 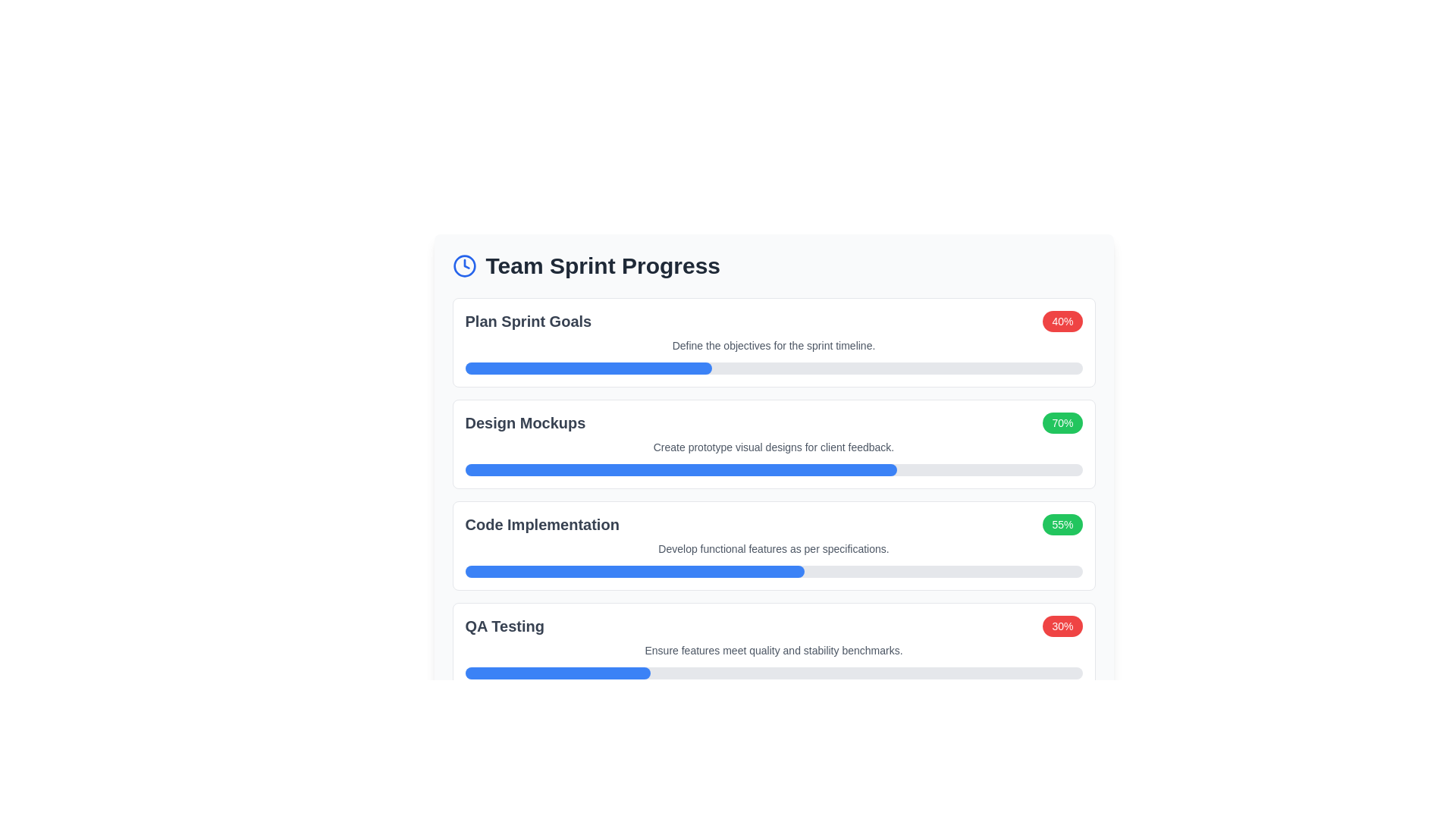 I want to click on the red rectangular badge with white text '40%' that is positioned next to 'Plan Sprint Goals' in the top-left segment of the interface, so click(x=1062, y=321).